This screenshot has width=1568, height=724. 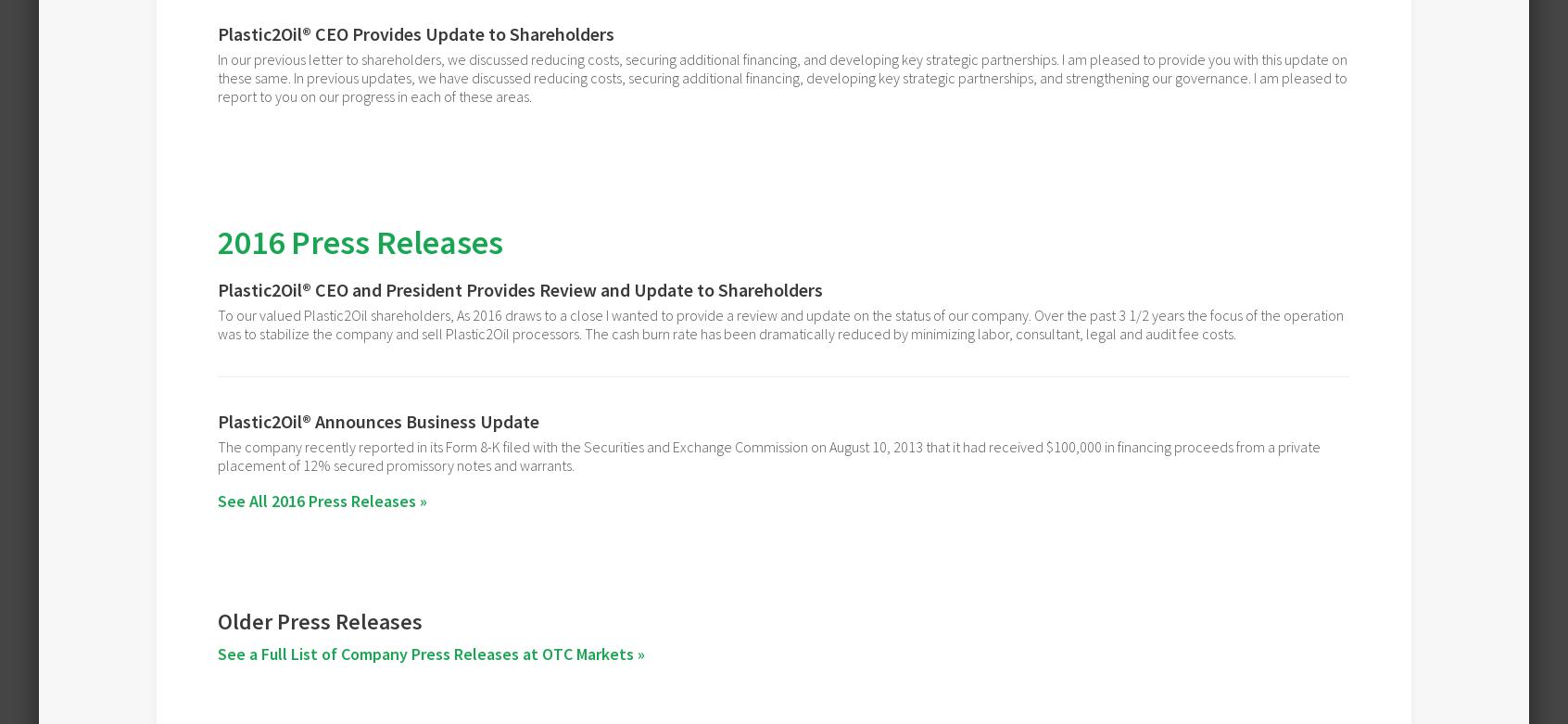 What do you see at coordinates (360, 242) in the screenshot?
I see `'2016 Press Releases'` at bounding box center [360, 242].